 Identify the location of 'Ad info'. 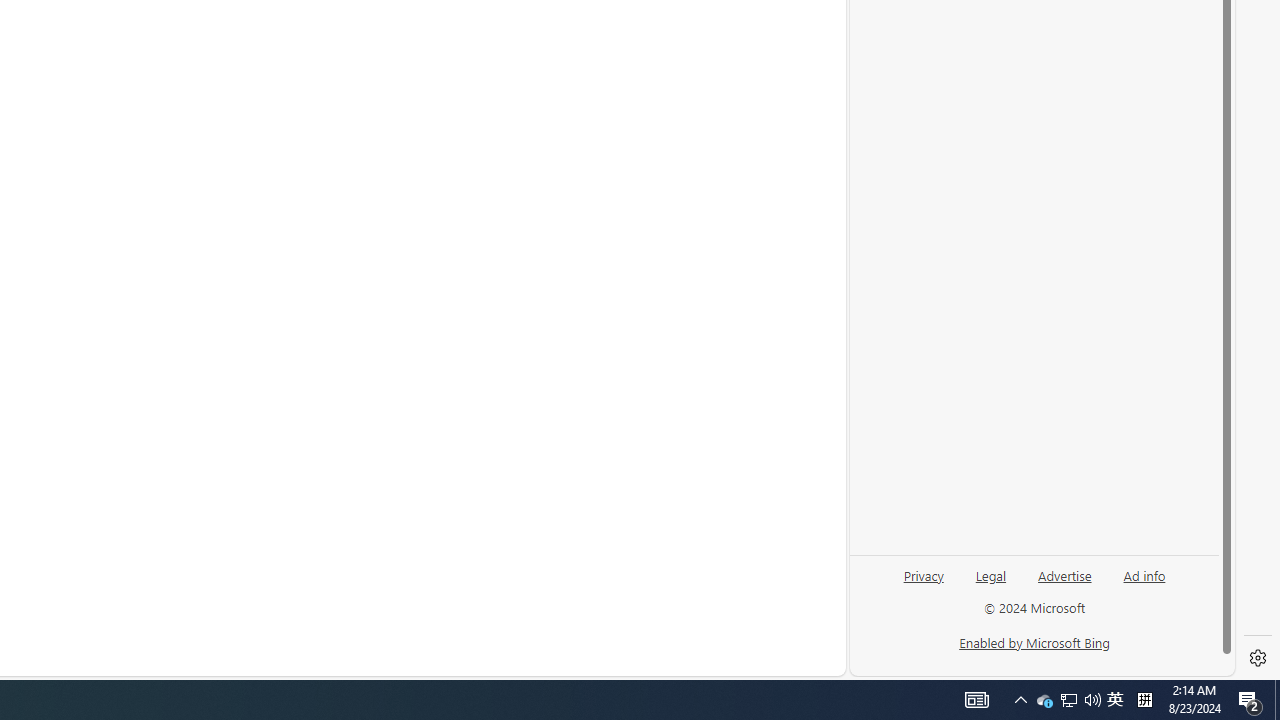
(1144, 583).